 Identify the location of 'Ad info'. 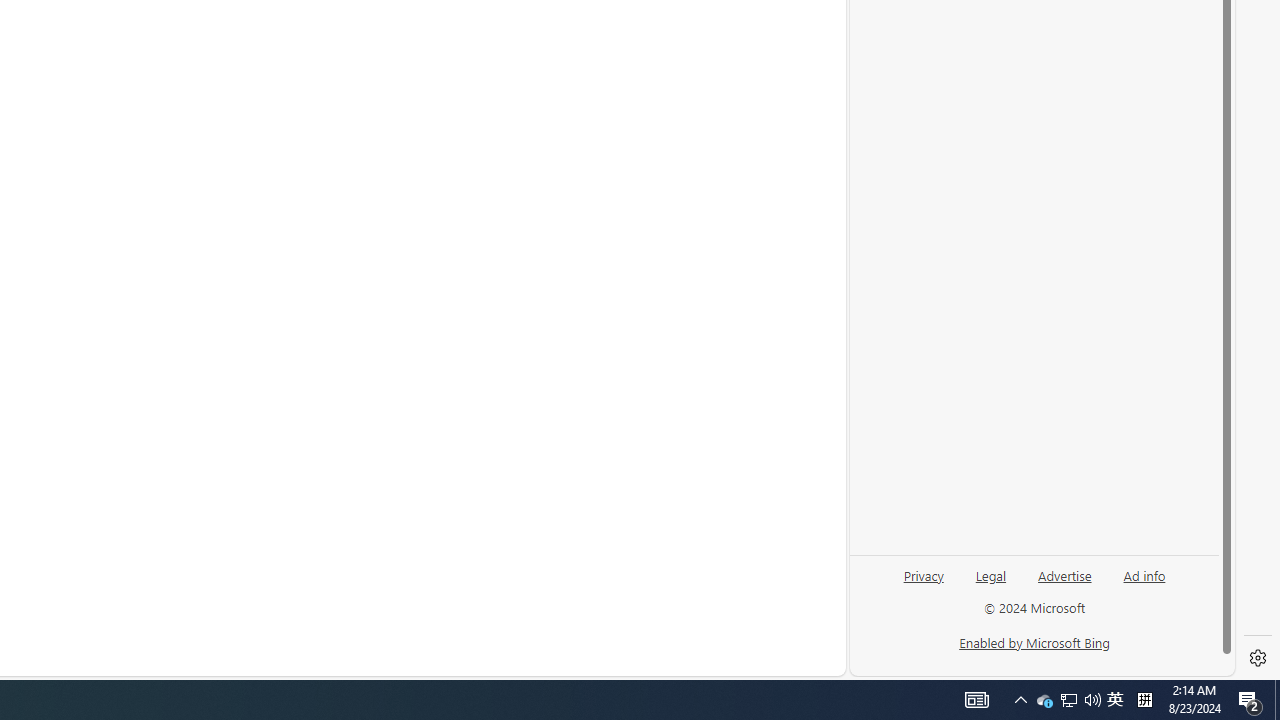
(1144, 583).